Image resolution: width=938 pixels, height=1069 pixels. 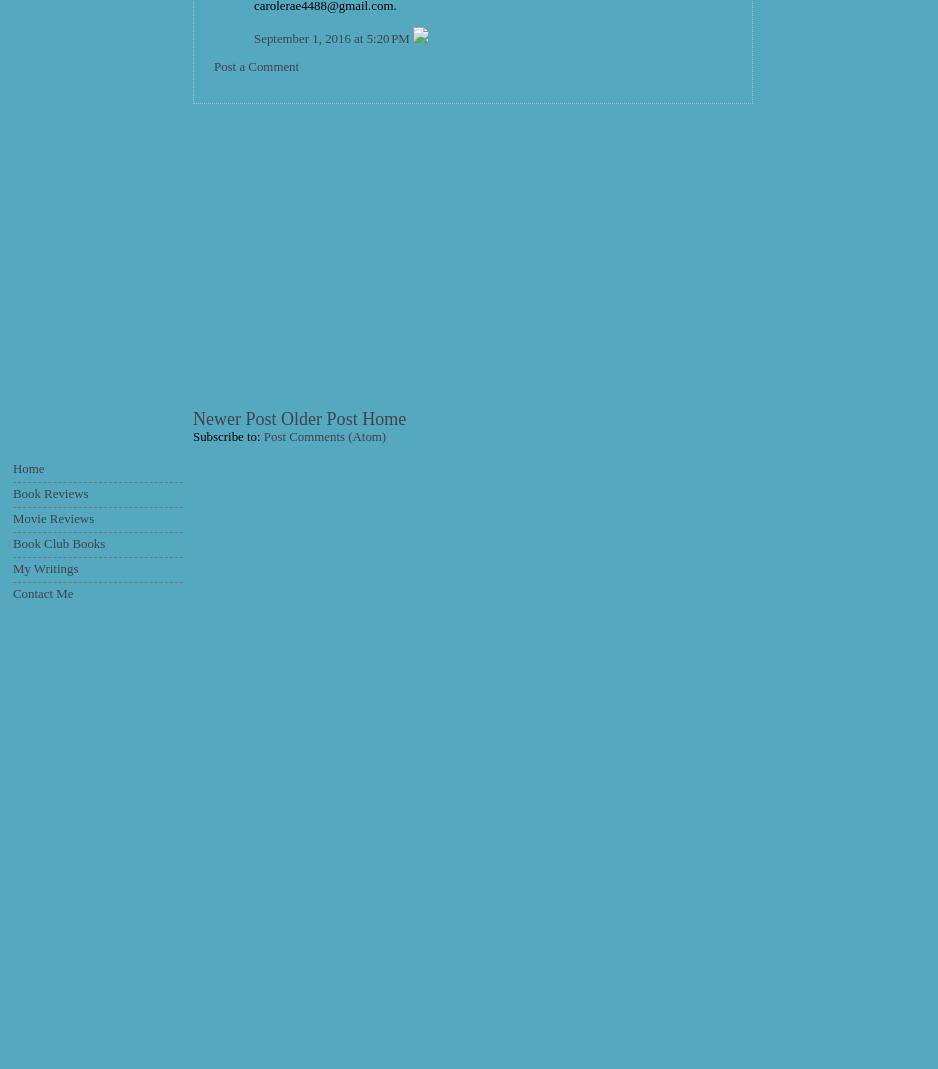 I want to click on 'Newer Post', so click(x=234, y=419).